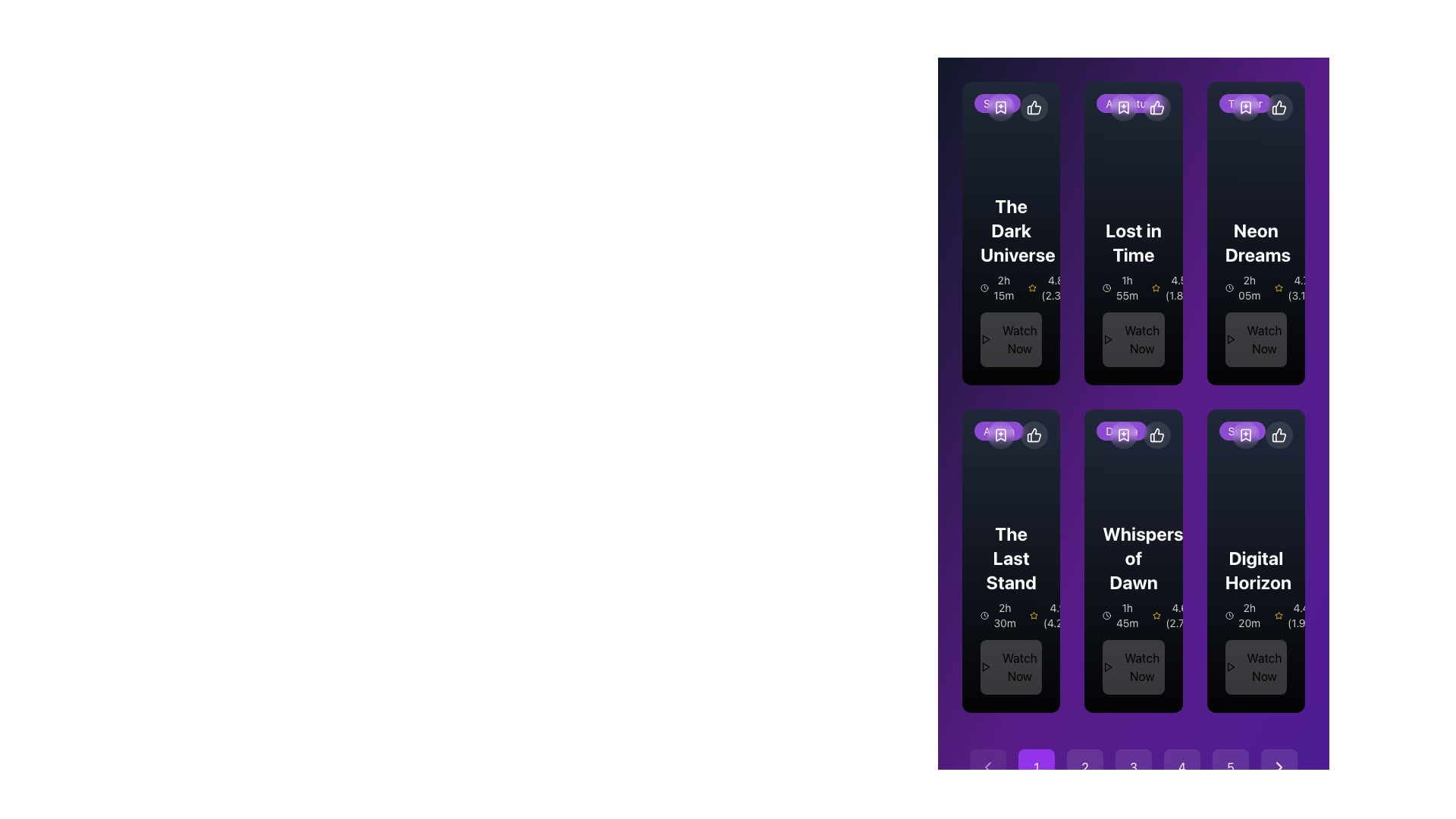 This screenshot has width=1456, height=819. What do you see at coordinates (1011, 666) in the screenshot?
I see `the 'Watch Now' button located at the bottom of the third card in the movie carousel` at bounding box center [1011, 666].